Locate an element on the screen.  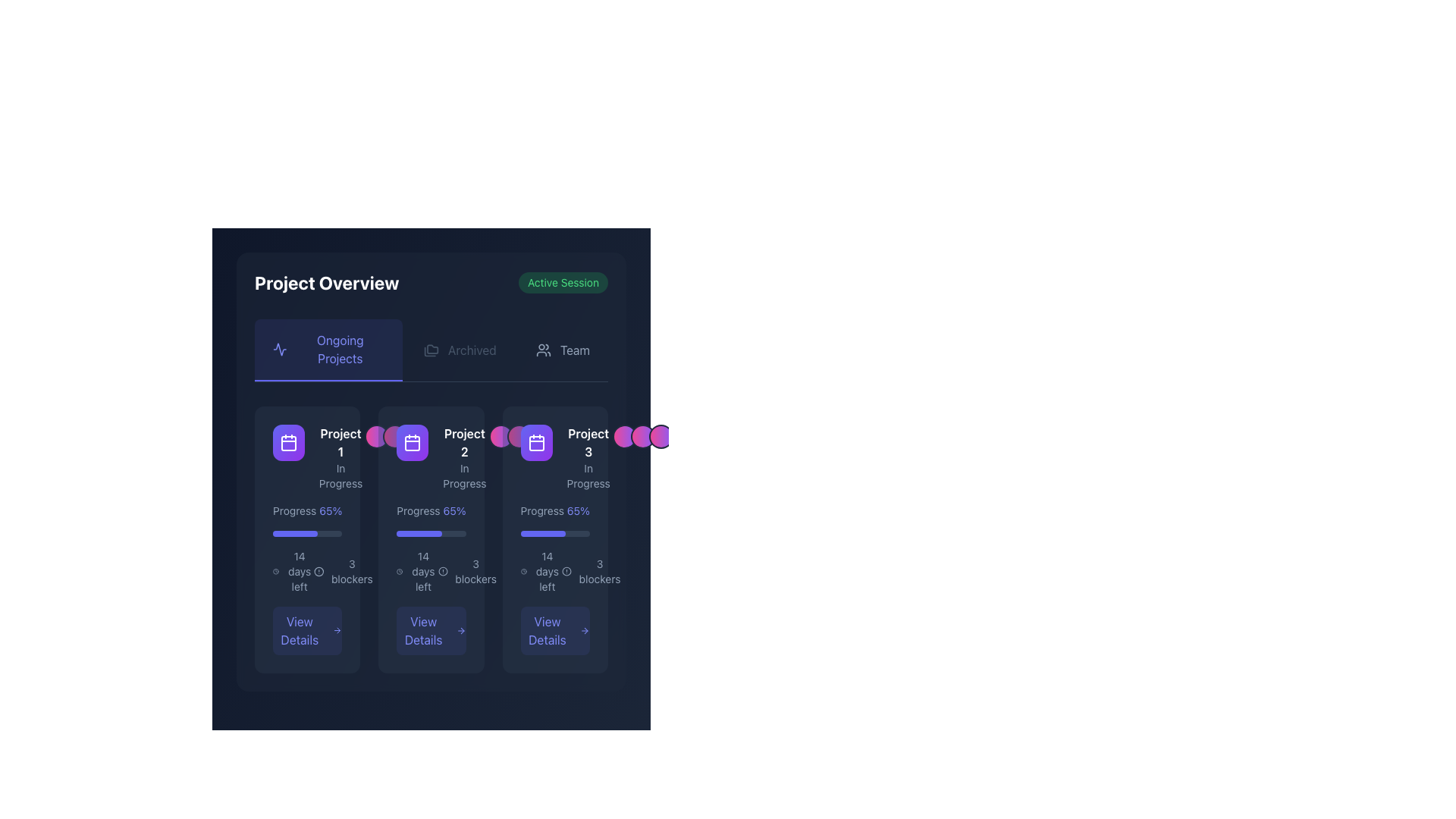
the static text label located in the first card at the top left of the grid displaying project progress information, which is positioned slightly above and to the left of the blue percentage indicator ('65%') is located at coordinates (294, 511).